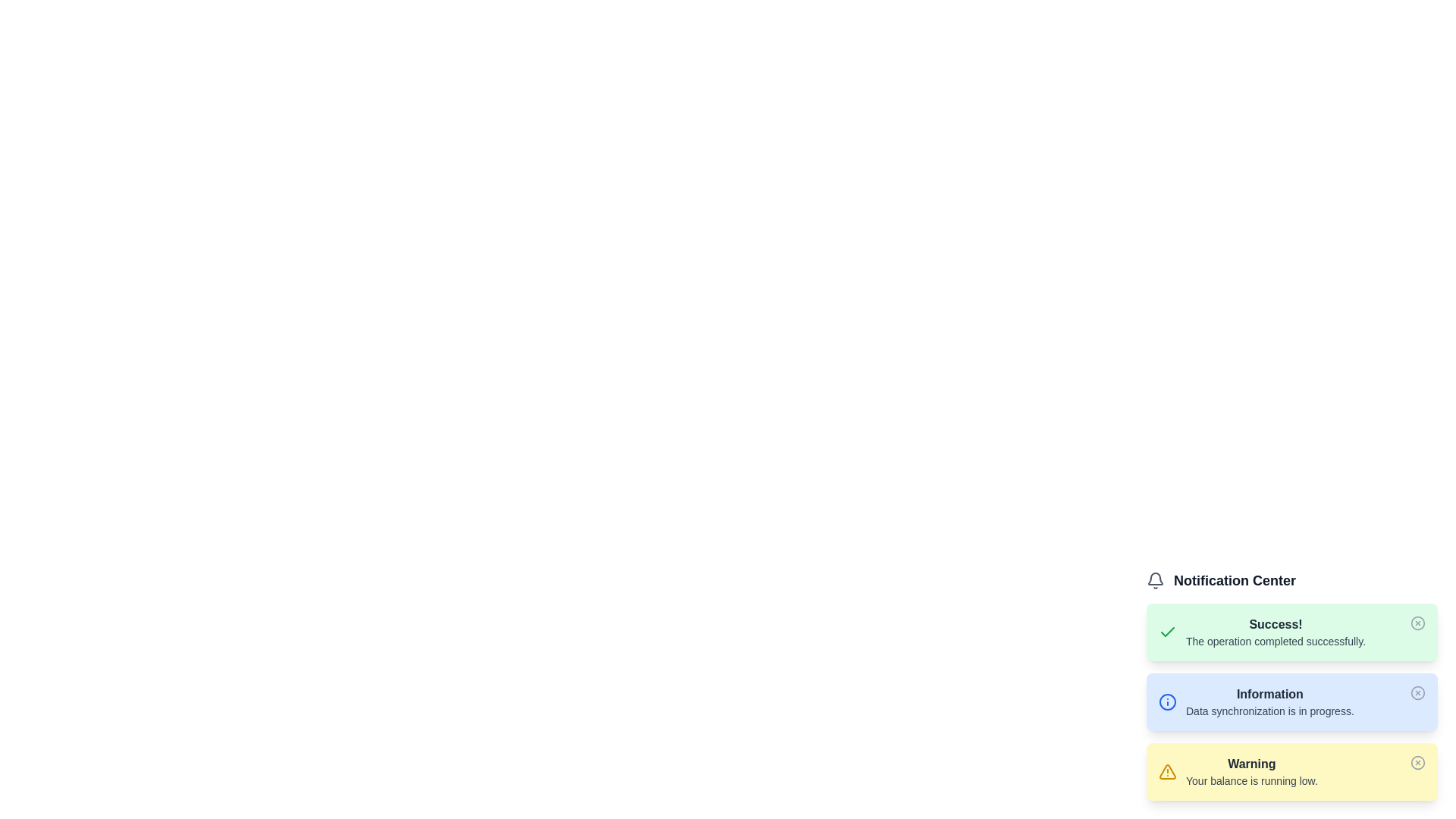 This screenshot has width=1456, height=819. I want to click on the green checkmark icon located at the upper left corner of the green-tinted message box indicating 'Success! The operation completed successfully.', so click(1167, 632).